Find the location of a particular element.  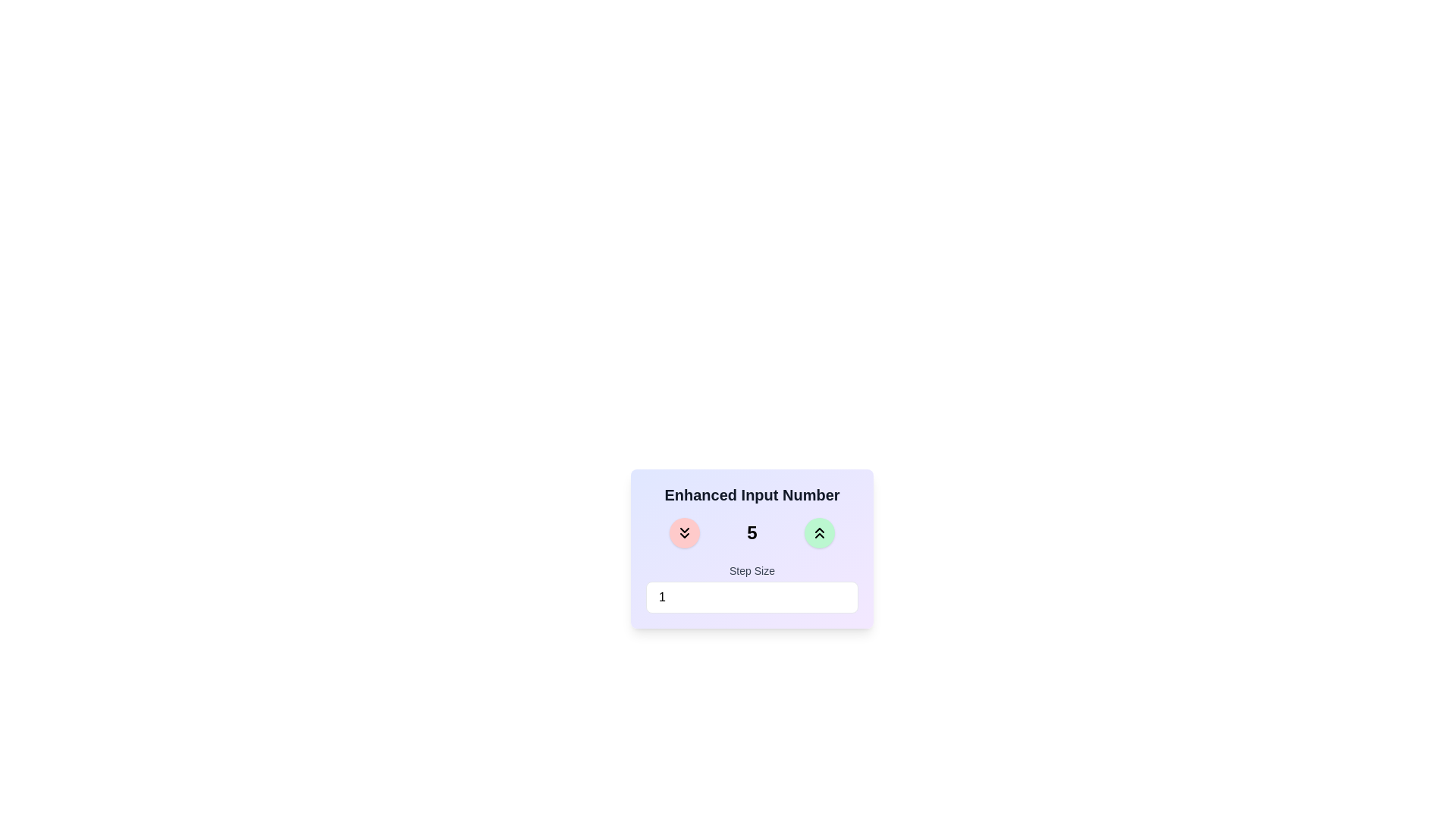

the numeric input field for 'Step Size' which is a horizontally rectangular box with a rounded border is located at coordinates (752, 596).